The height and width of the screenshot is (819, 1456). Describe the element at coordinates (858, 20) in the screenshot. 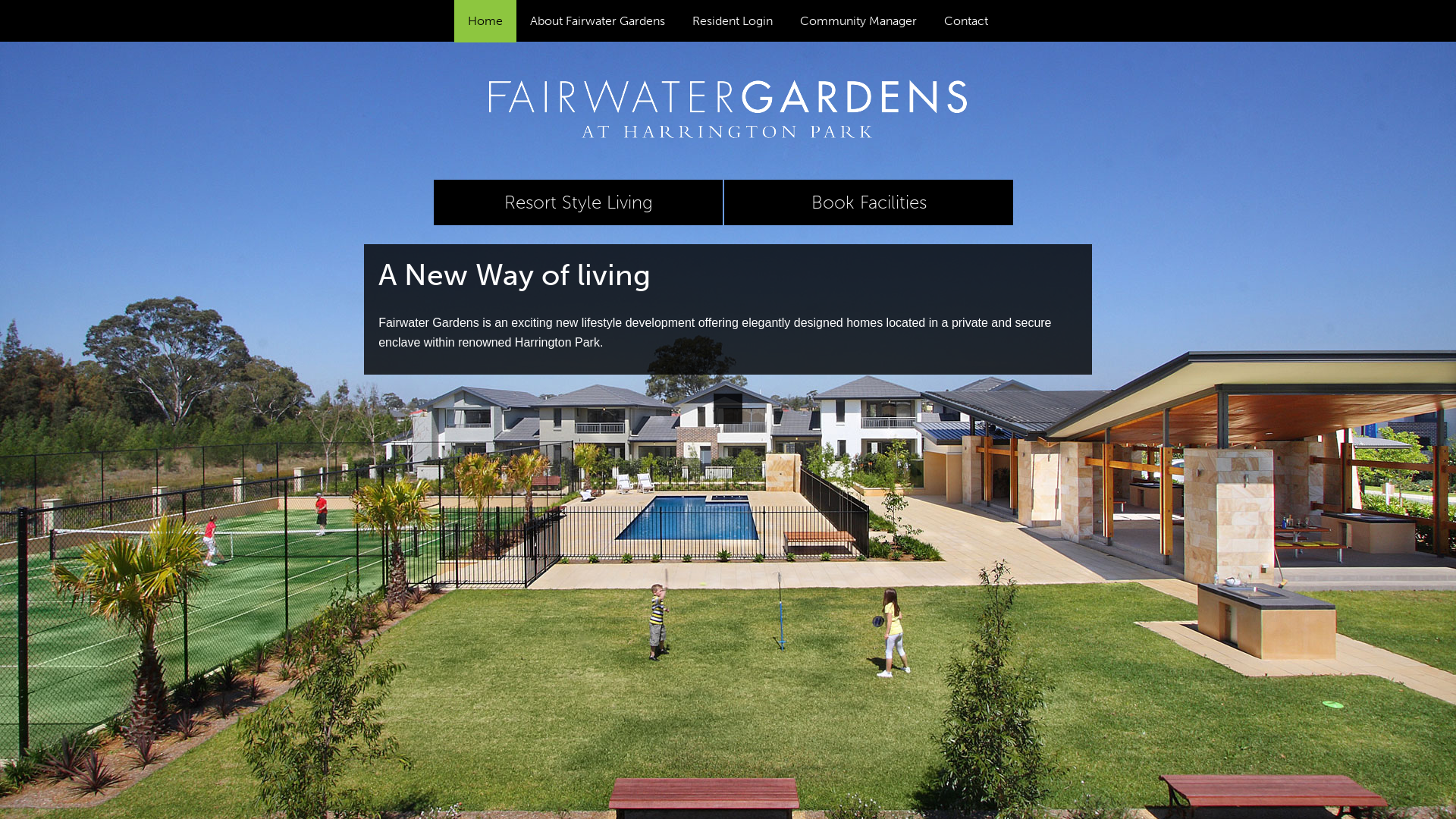

I see `'Community Manager'` at that location.